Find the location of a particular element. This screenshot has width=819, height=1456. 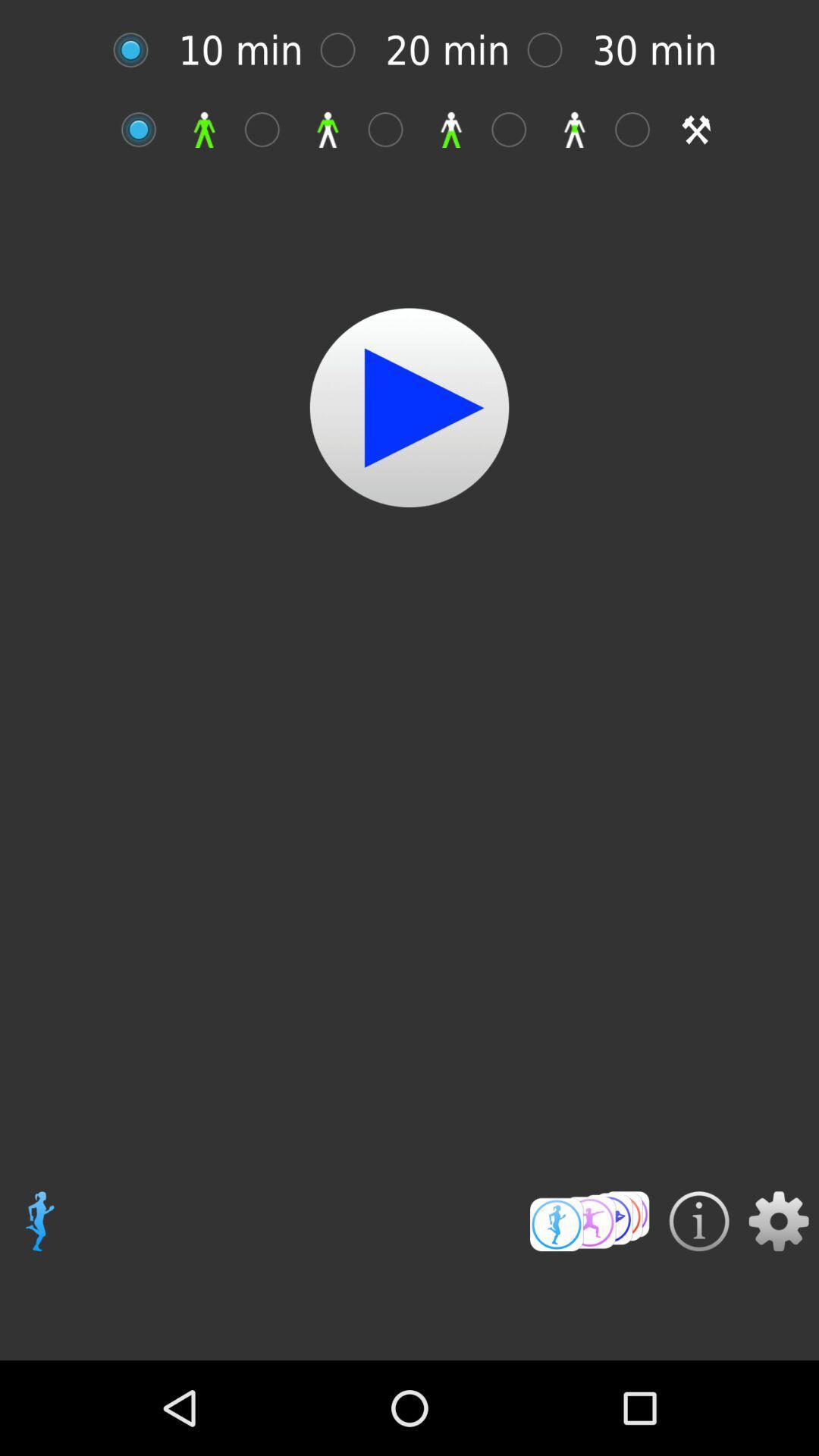

start video is located at coordinates (409, 407).